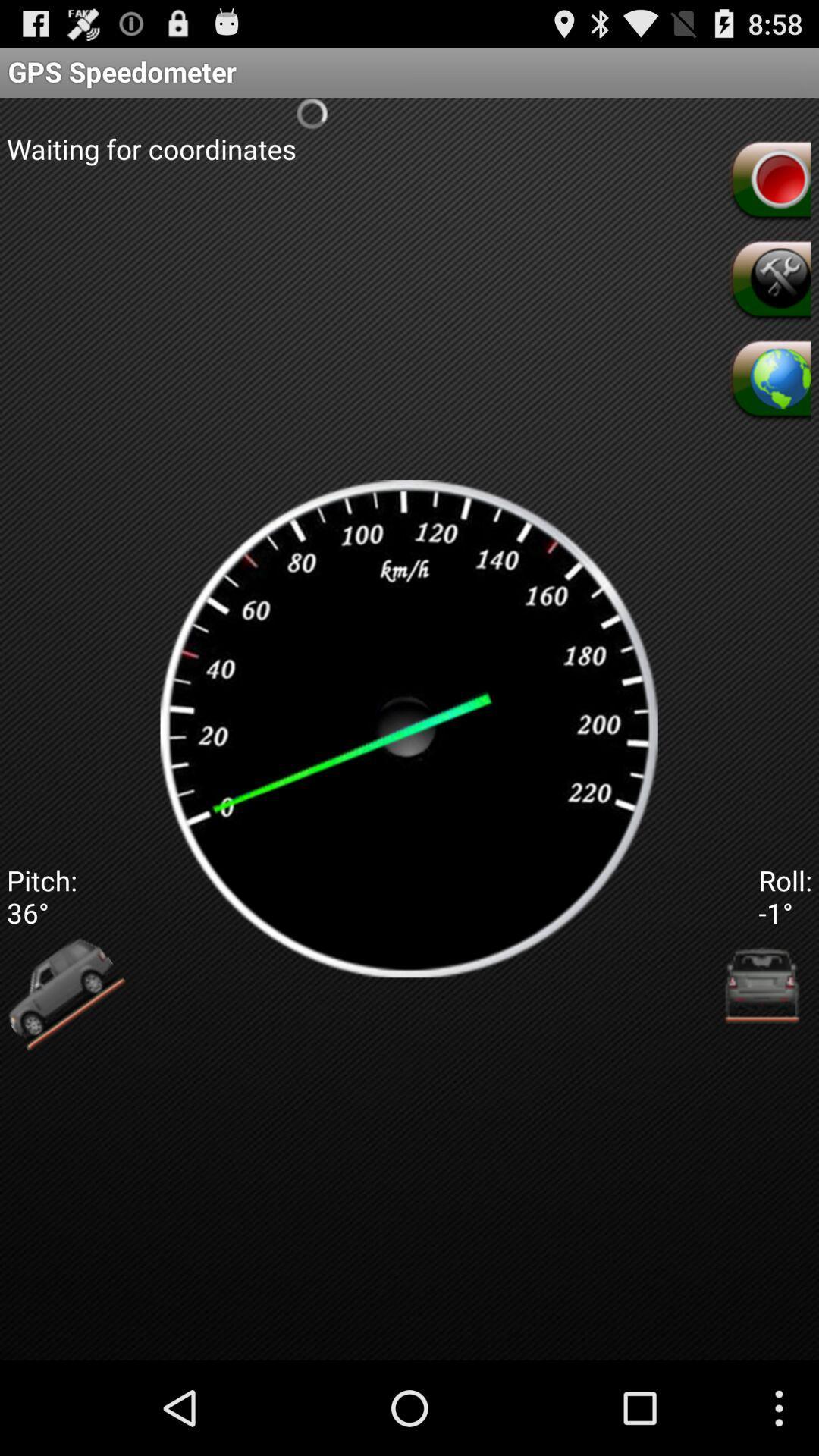 The width and height of the screenshot is (819, 1456). What do you see at coordinates (769, 298) in the screenshot?
I see `the build icon` at bounding box center [769, 298].